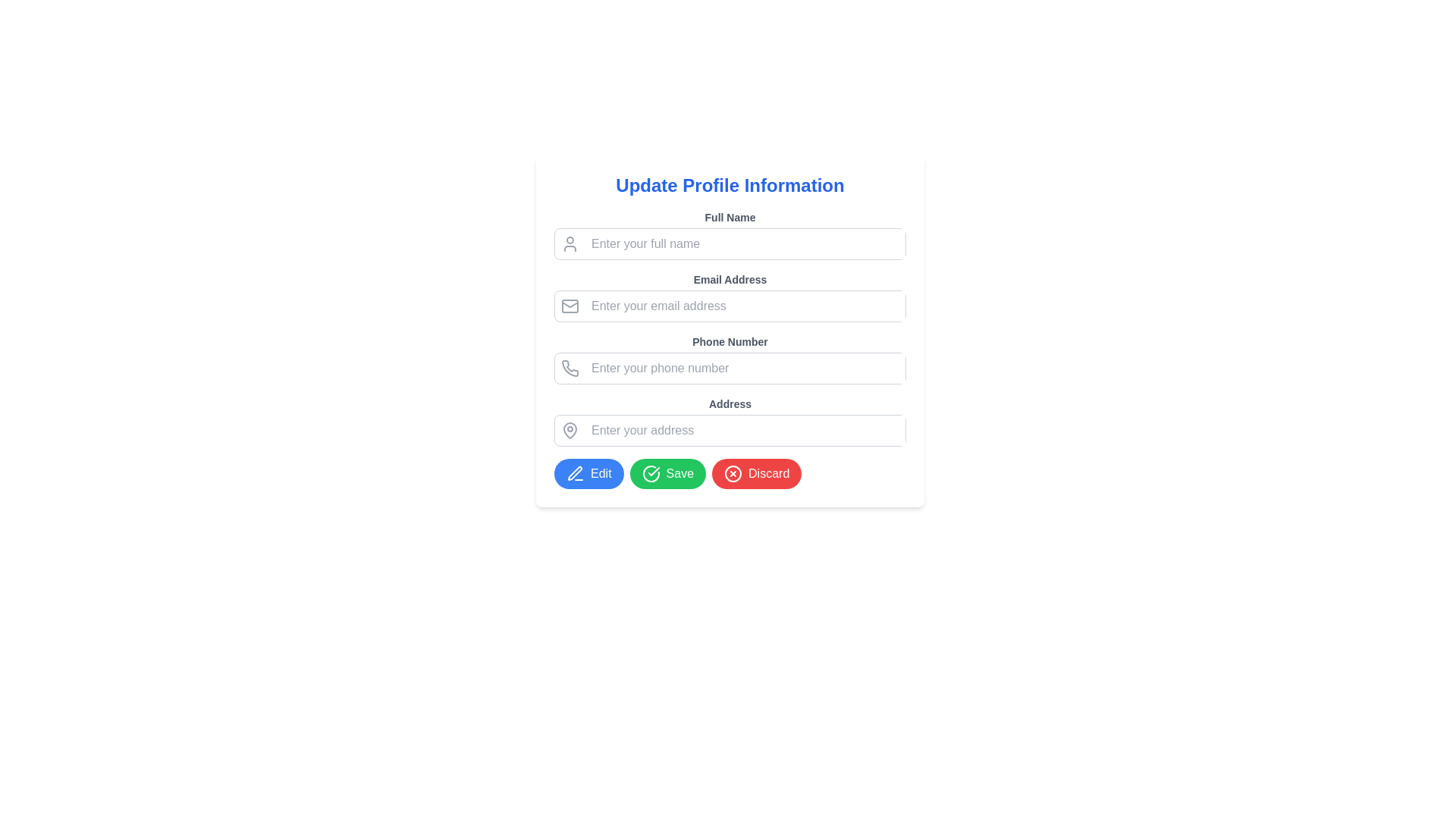  What do you see at coordinates (730, 403) in the screenshot?
I see `the Text label that indicates the expected input for the address field, which is positioned above the corresponding input field and aligned with other form elements like 'Full Name' and 'Phone Number'` at bounding box center [730, 403].